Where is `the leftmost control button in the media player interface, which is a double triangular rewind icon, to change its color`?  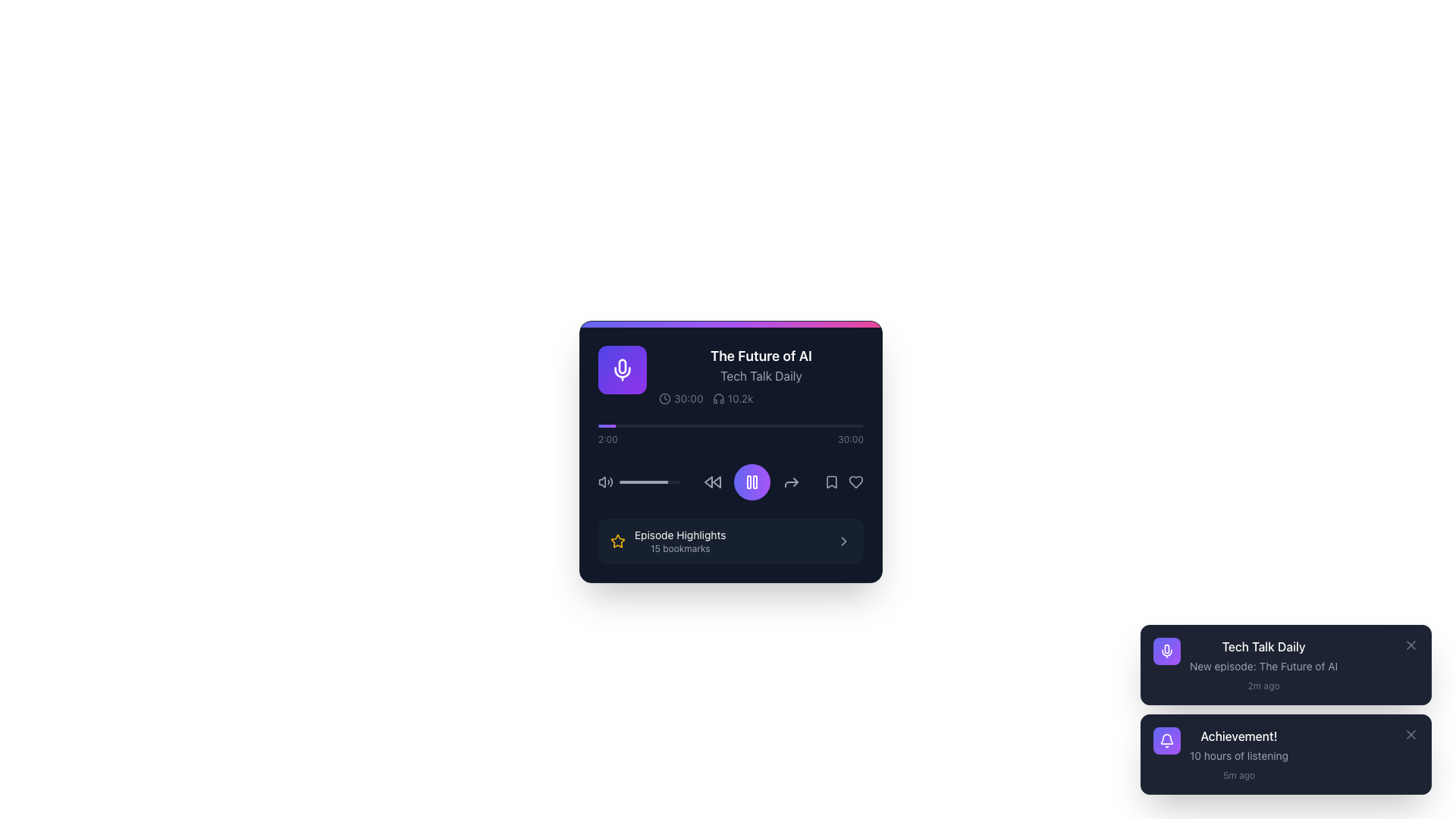 the leftmost control button in the media player interface, which is a double triangular rewind icon, to change its color is located at coordinates (712, 482).